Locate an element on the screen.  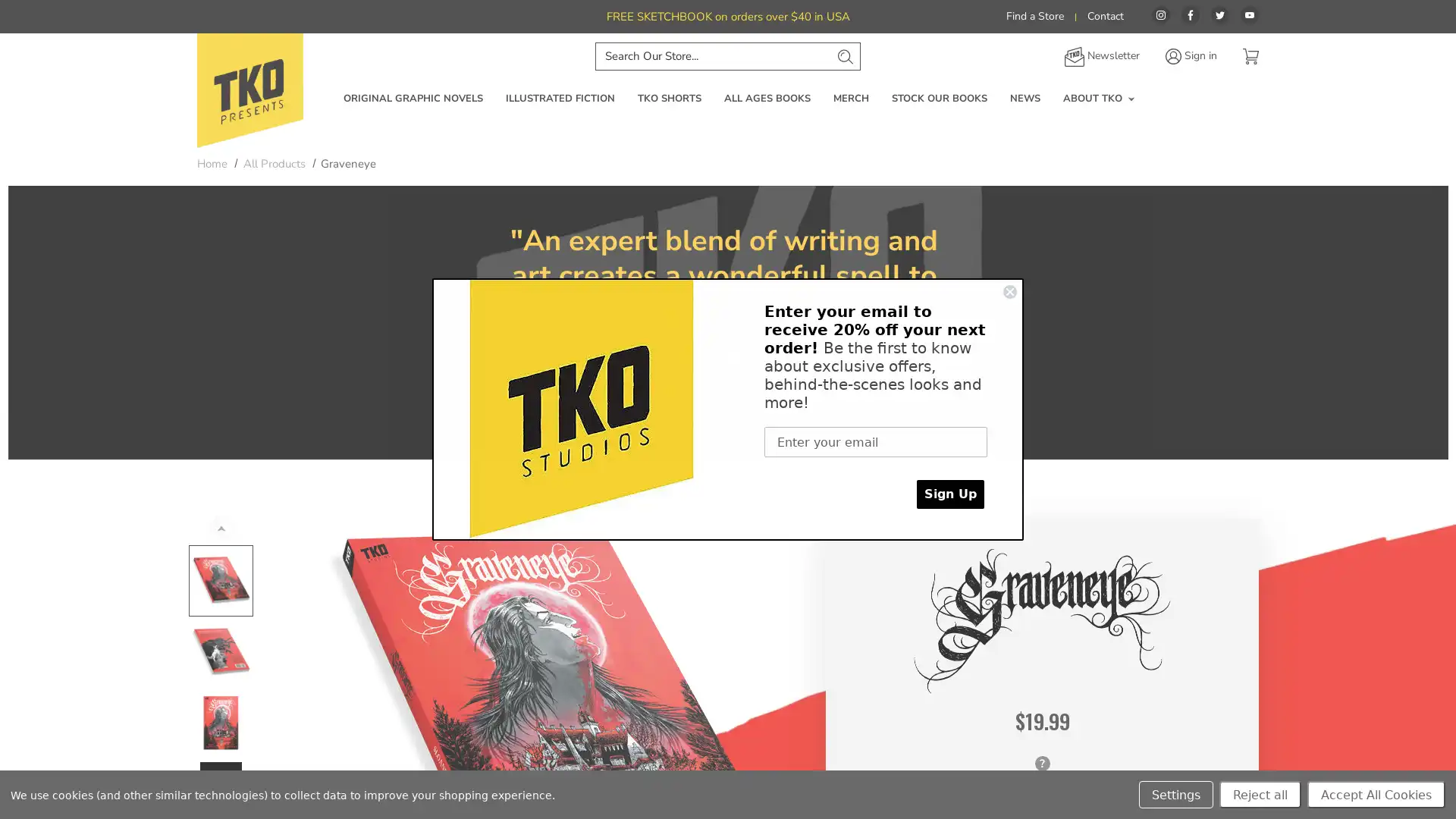
Accept All Cookies is located at coordinates (1376, 794).